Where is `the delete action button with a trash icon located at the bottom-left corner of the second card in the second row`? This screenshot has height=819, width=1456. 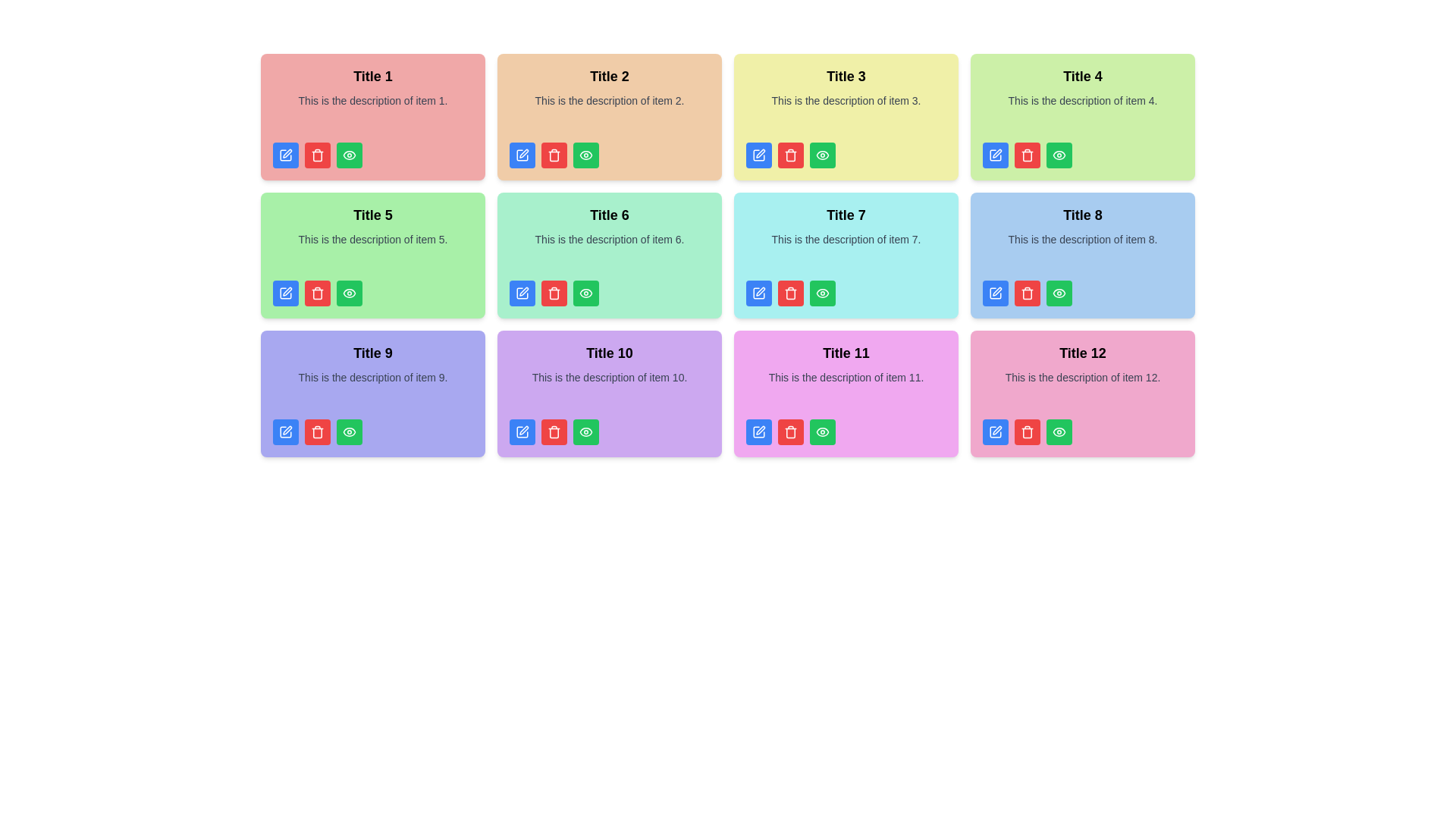 the delete action button with a trash icon located at the bottom-left corner of the second card in the second row is located at coordinates (789, 293).